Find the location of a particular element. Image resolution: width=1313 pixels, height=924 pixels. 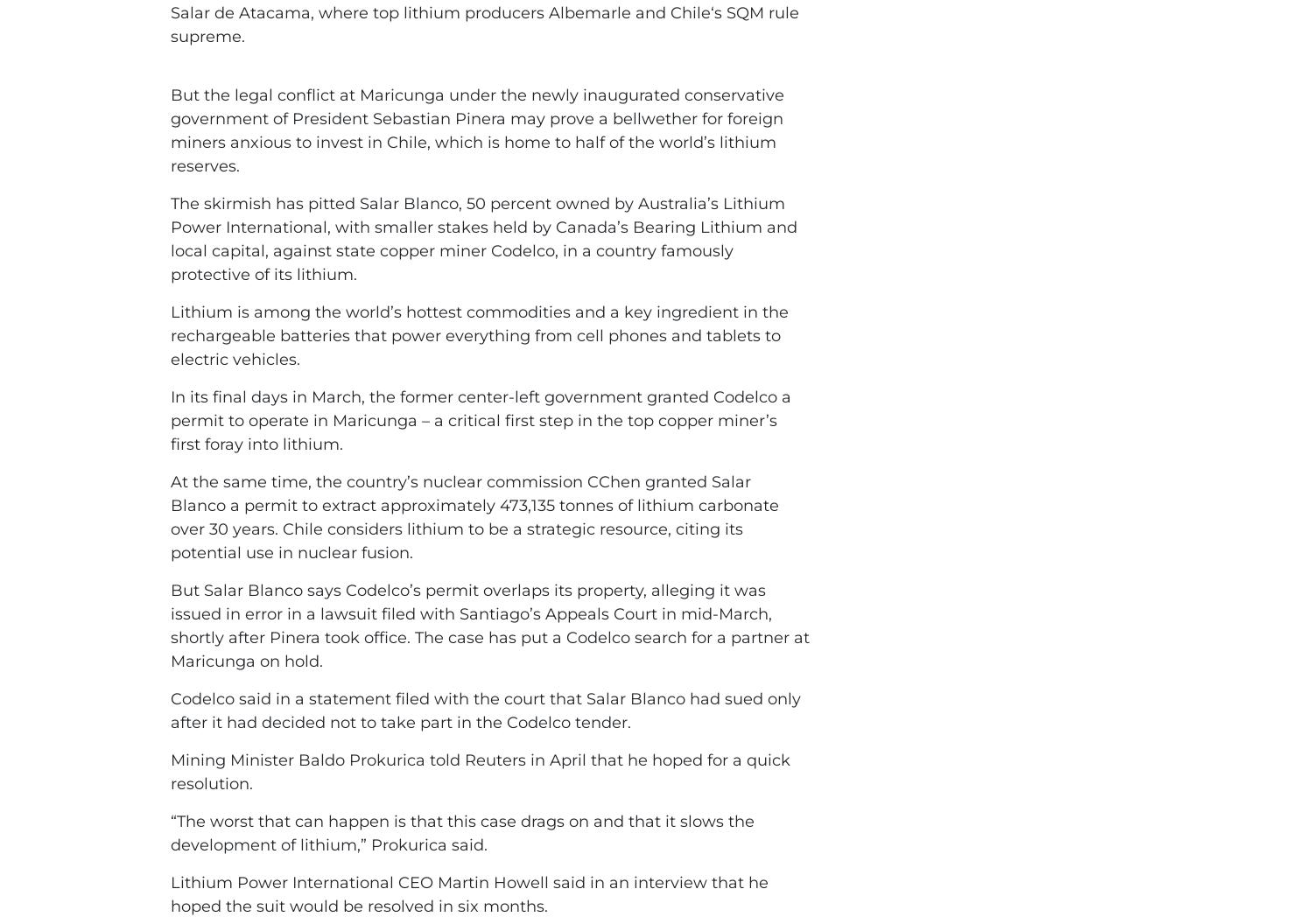

'Mining Minister Baldo Prokurica told Reuters in April that he hoped for a quick resolution.' is located at coordinates (481, 771).